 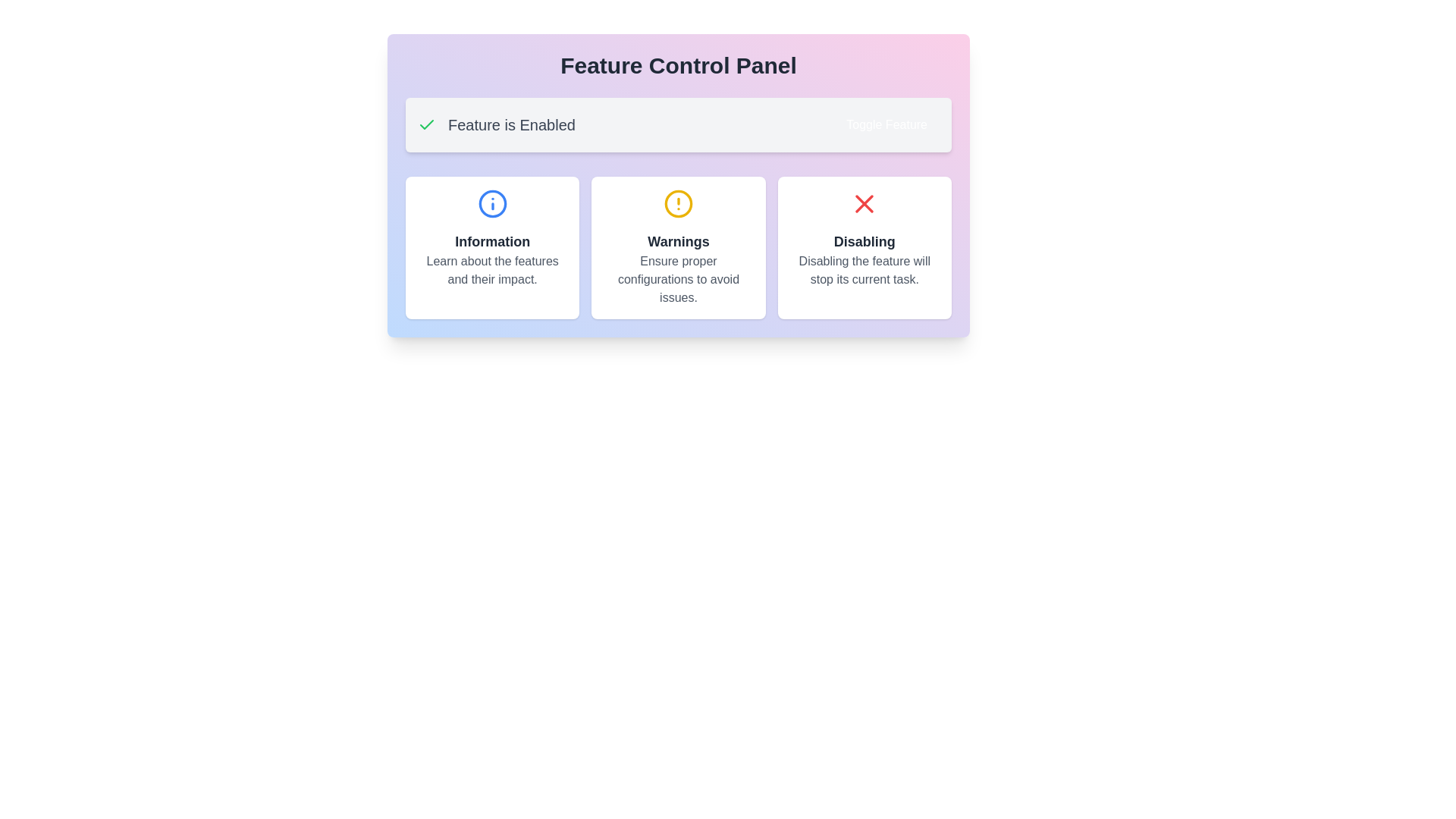 What do you see at coordinates (677, 280) in the screenshot?
I see `the informational text label located below the 'Warnings' header in the middle panel of the interface` at bounding box center [677, 280].